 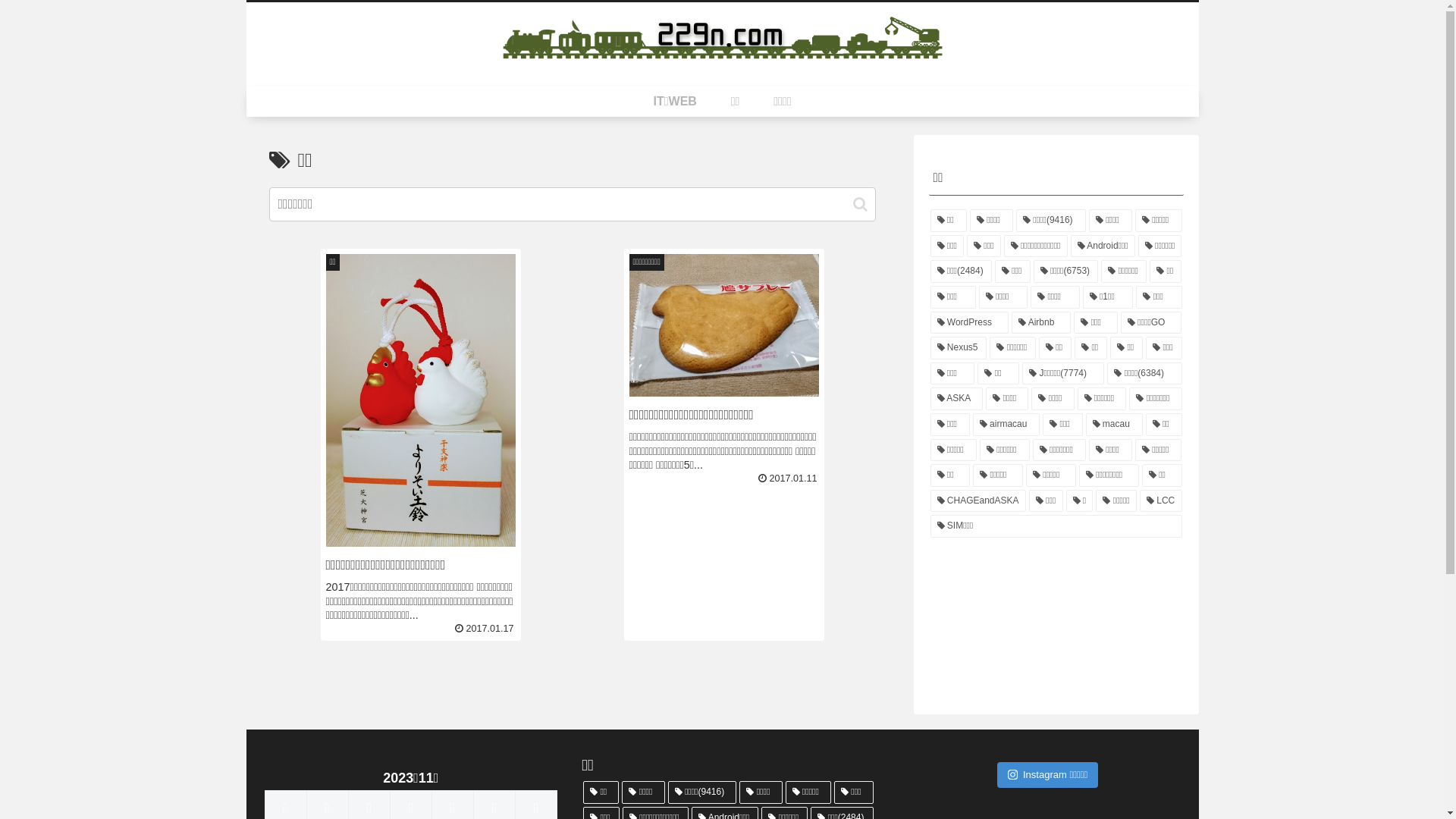 I want to click on 'CHAGEandASKA', so click(x=977, y=500).